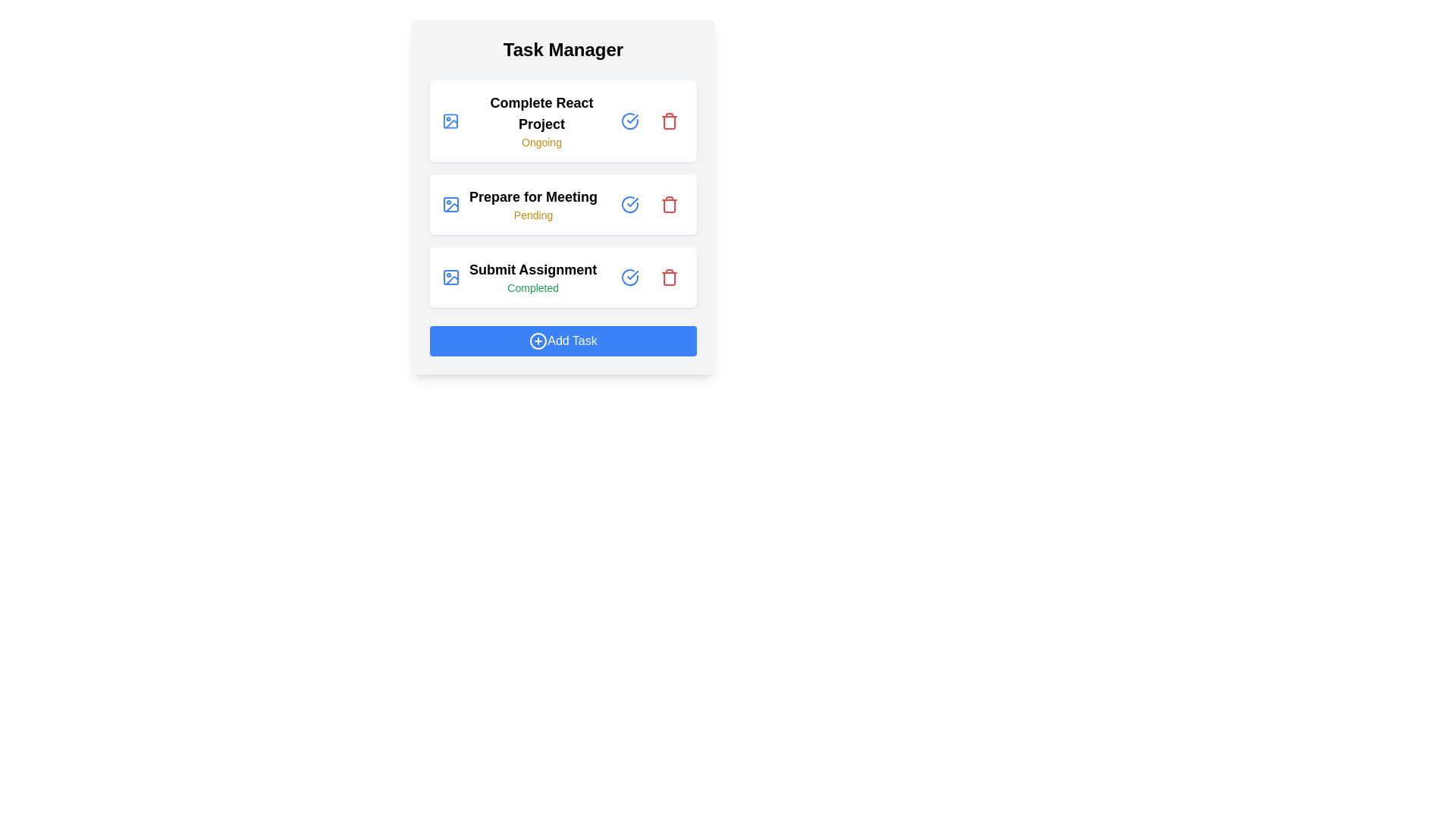 This screenshot has height=819, width=1456. I want to click on 'Check Circle' button for the task with title Complete React Project, so click(629, 120).